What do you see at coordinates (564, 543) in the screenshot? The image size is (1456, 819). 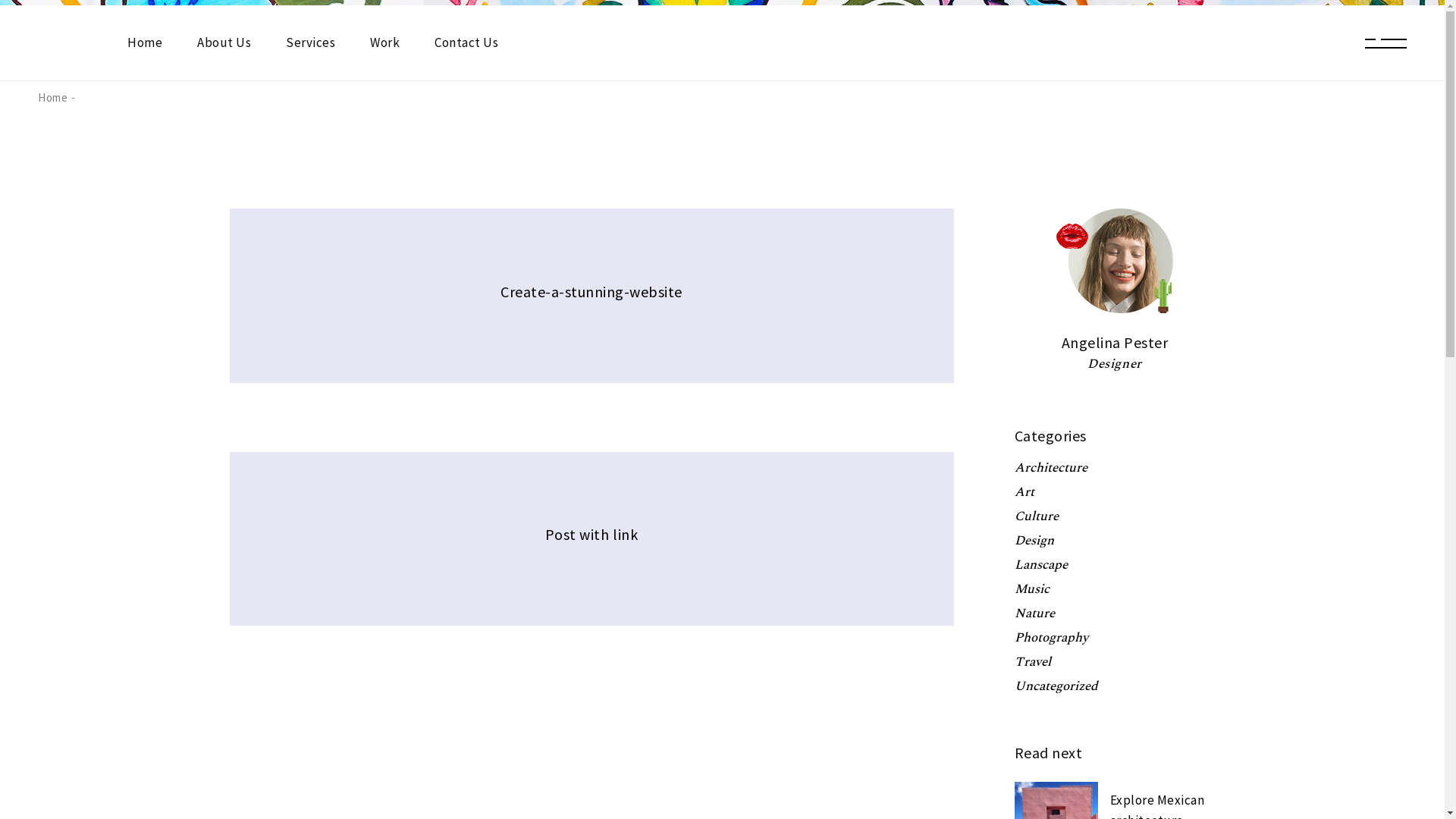 I see `'Home'` at bounding box center [564, 543].